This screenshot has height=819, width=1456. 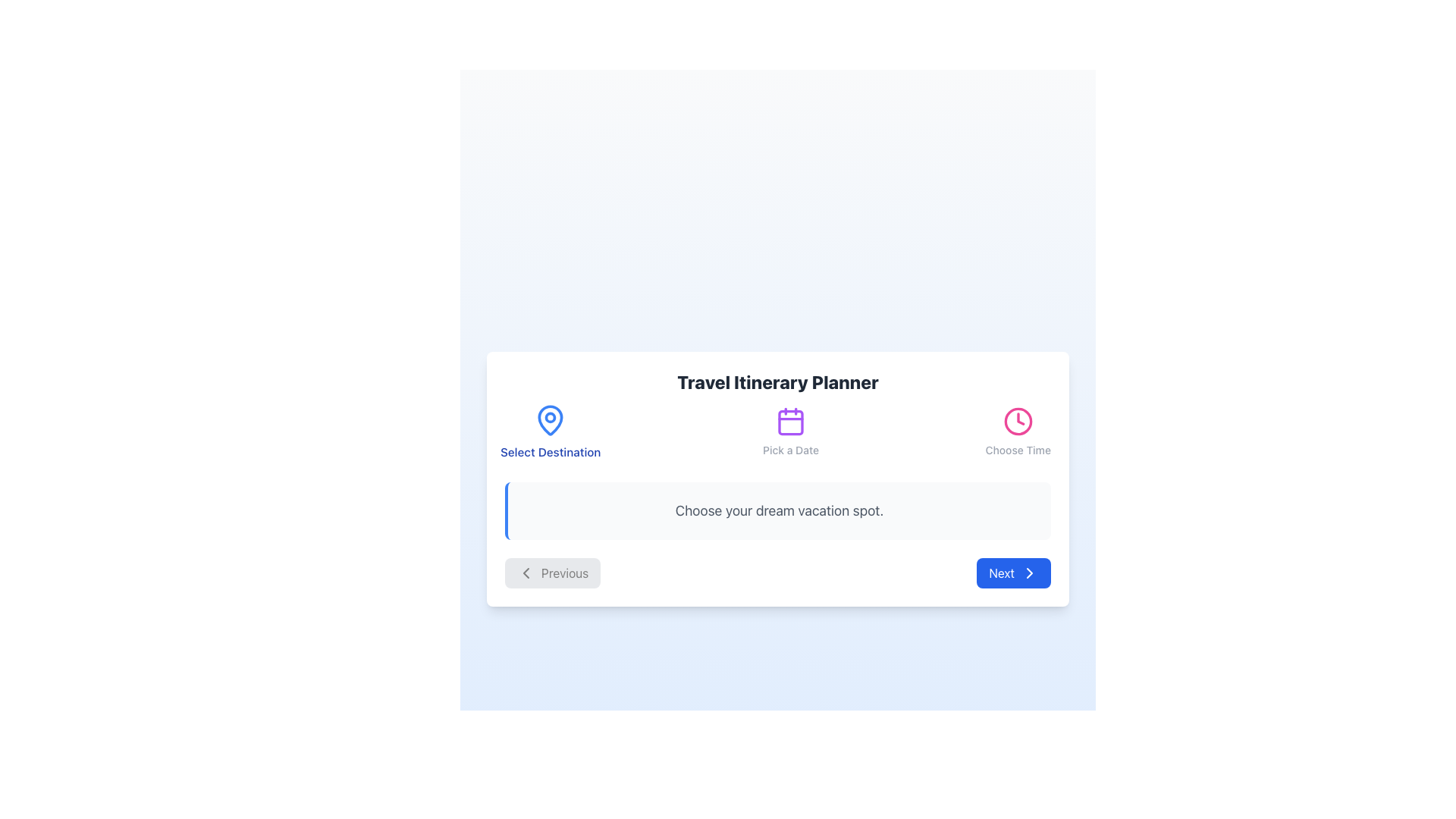 I want to click on the blue 'Next' button with white text and a right-pointing arrow icon located at the bottom-right corner of the interface, so click(x=1014, y=573).